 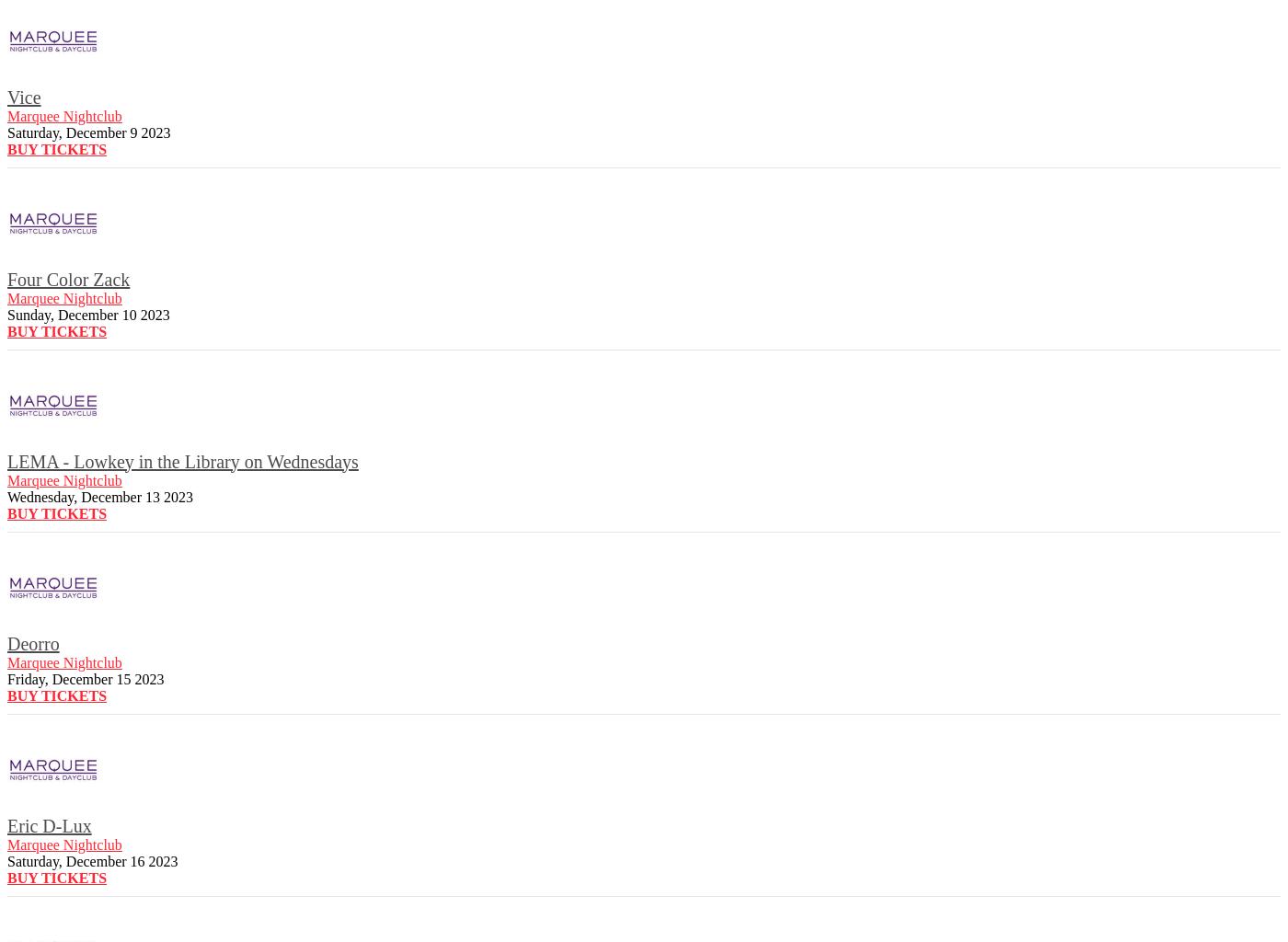 I want to click on 'Wednesday, December 13 2023', so click(x=100, y=496).